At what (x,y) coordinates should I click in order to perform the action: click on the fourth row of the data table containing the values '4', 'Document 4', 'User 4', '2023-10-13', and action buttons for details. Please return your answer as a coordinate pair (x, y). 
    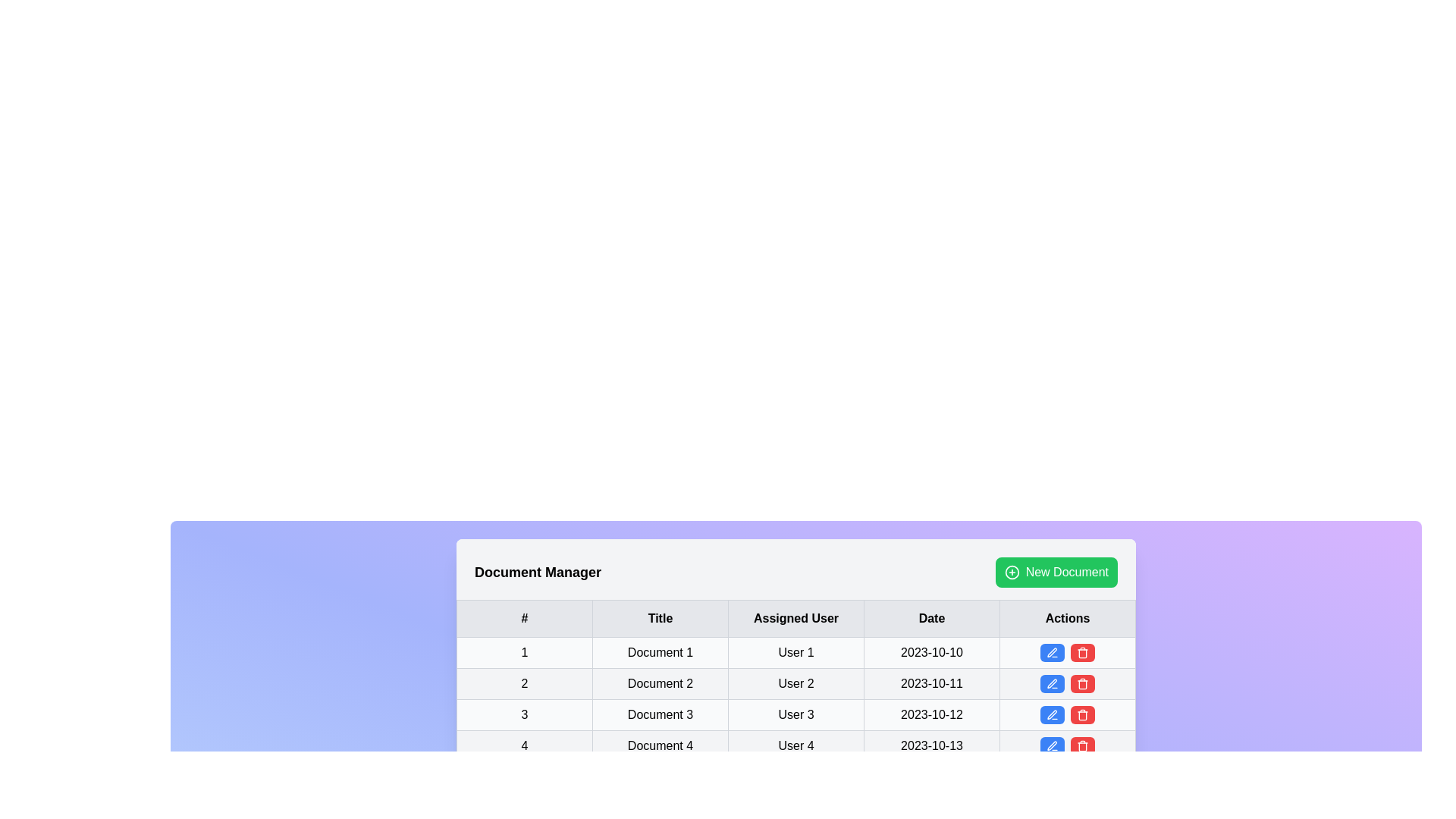
    Looking at the image, I should click on (795, 745).